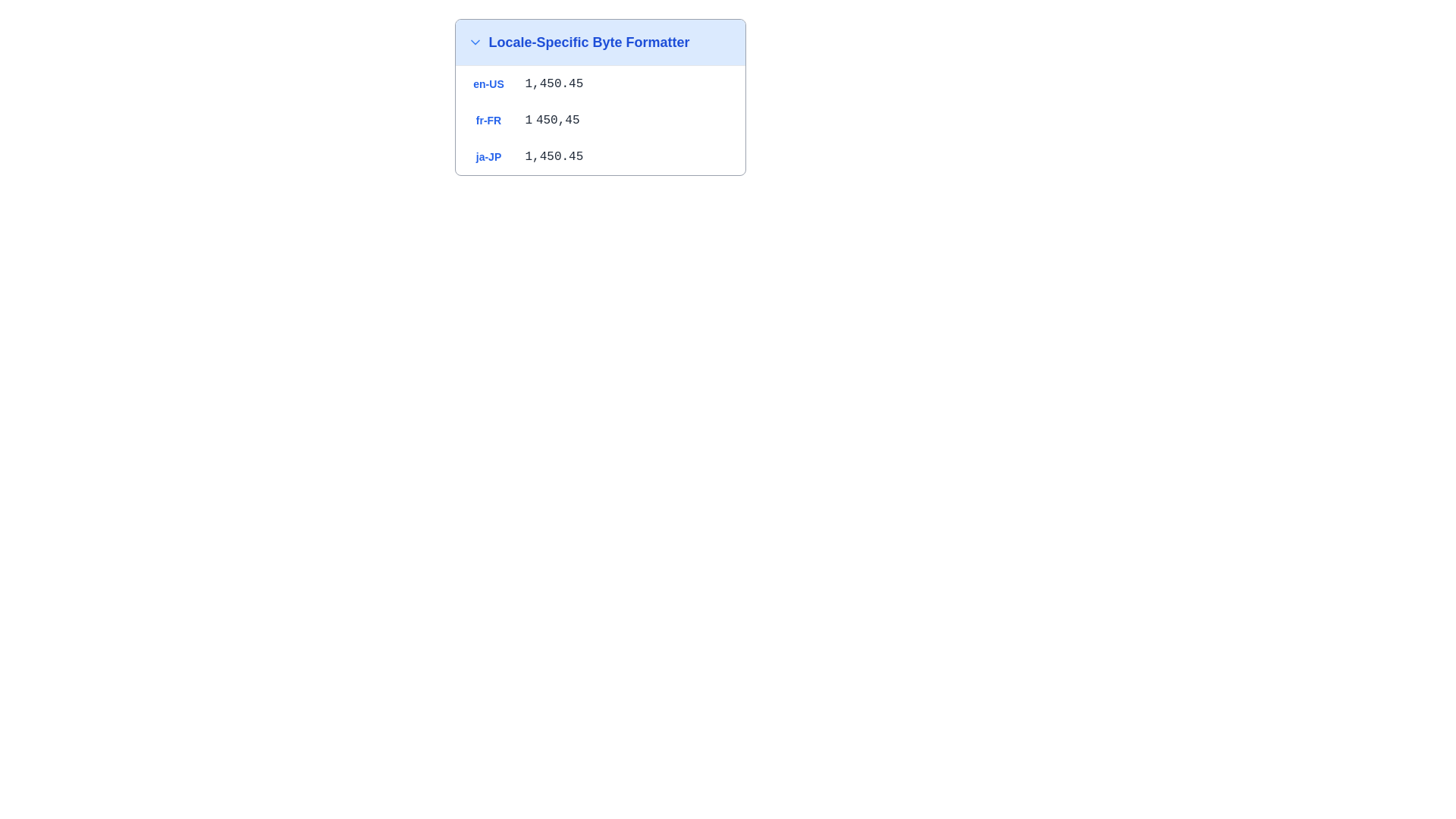  What do you see at coordinates (553, 157) in the screenshot?
I see `displayed value '1,450.45' from the text element styled in gray monospaced font, located in the third row under the 'ja-JP' label` at bounding box center [553, 157].